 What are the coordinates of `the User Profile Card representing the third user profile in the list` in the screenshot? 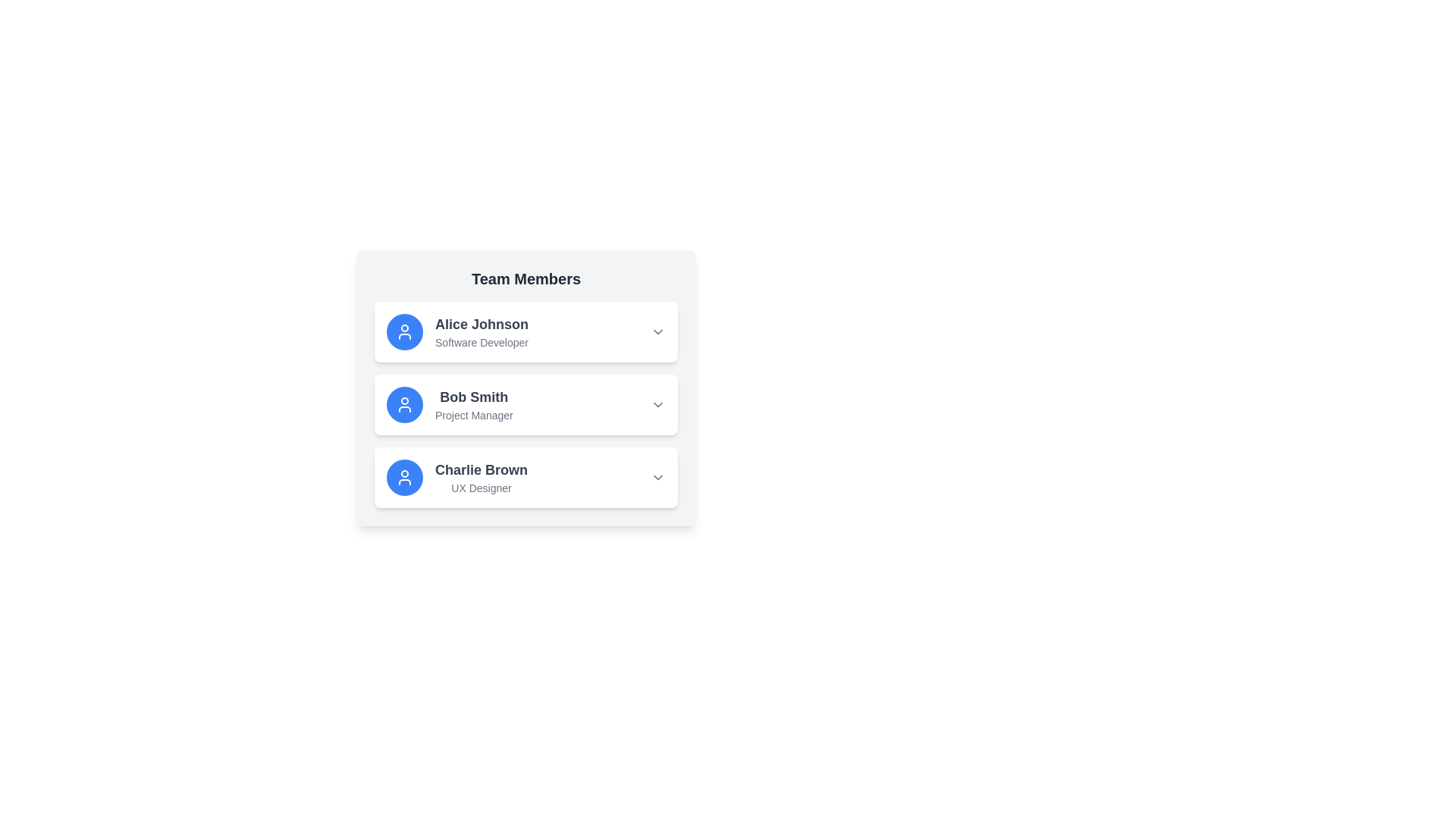 It's located at (457, 476).